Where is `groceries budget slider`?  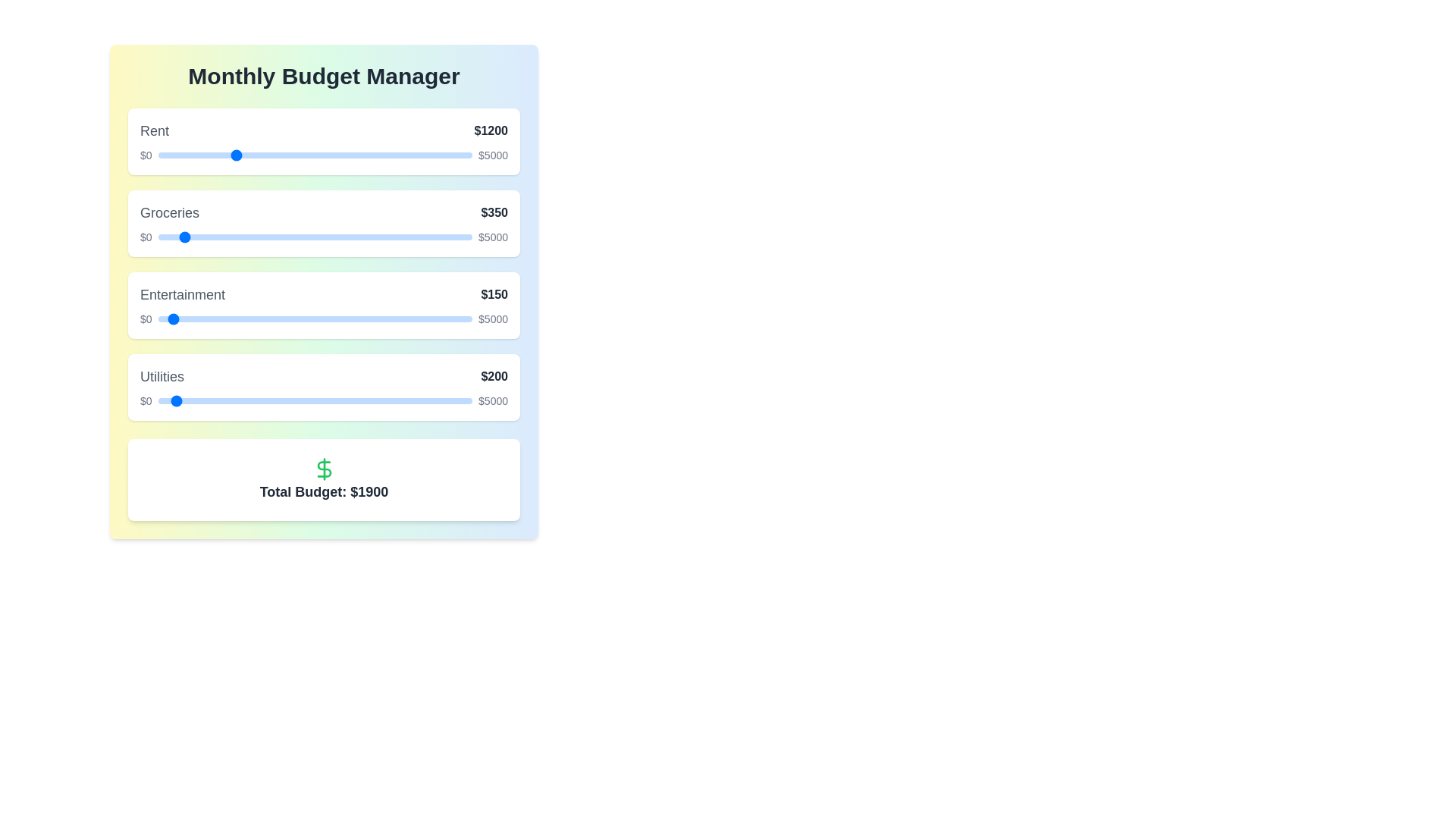 groceries budget slider is located at coordinates (320, 237).